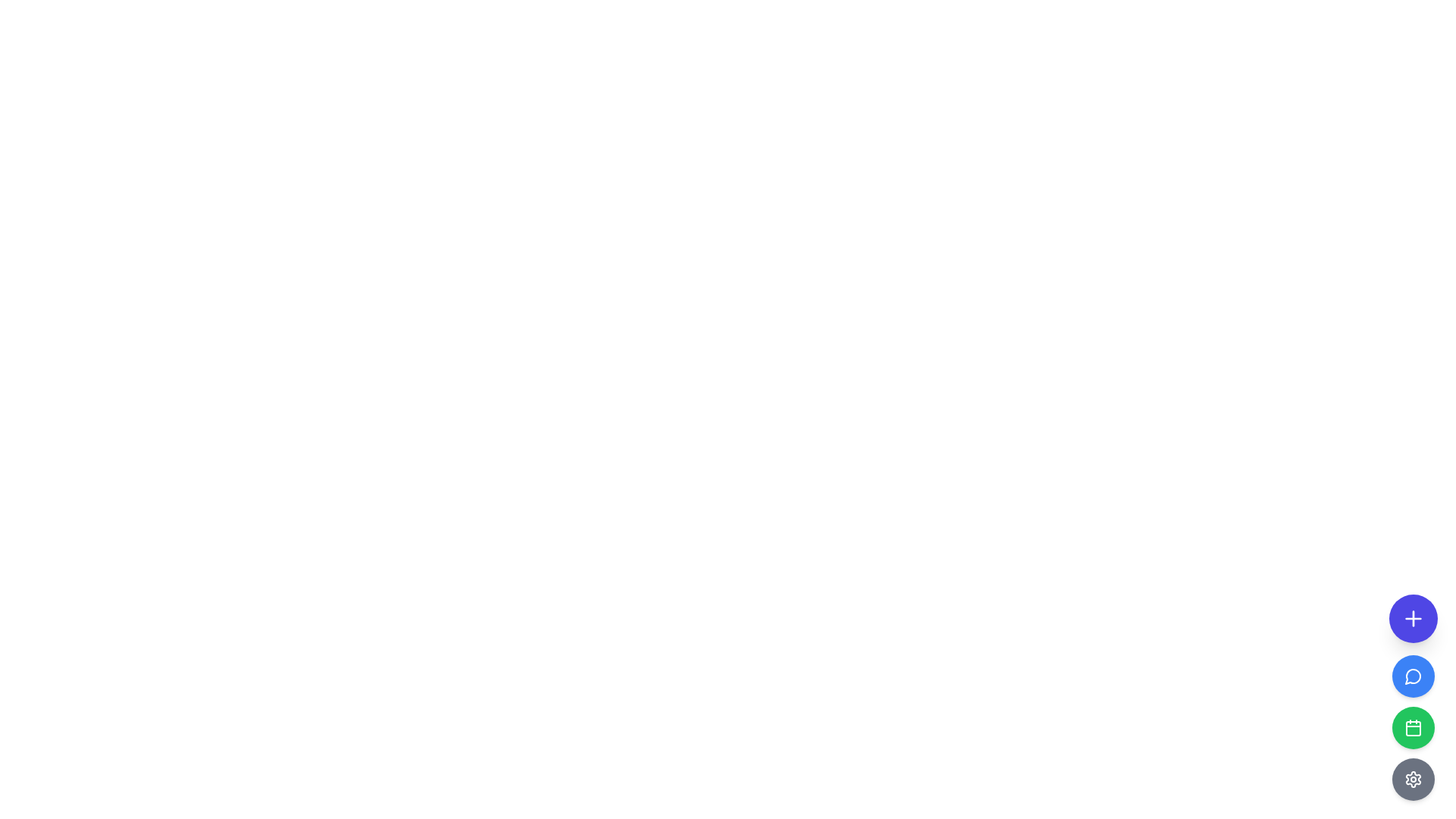 Image resolution: width=1456 pixels, height=819 pixels. Describe the element at coordinates (1412, 727) in the screenshot. I see `the green circular button with a calendar icon, which is the third button in a vertical stack` at that location.